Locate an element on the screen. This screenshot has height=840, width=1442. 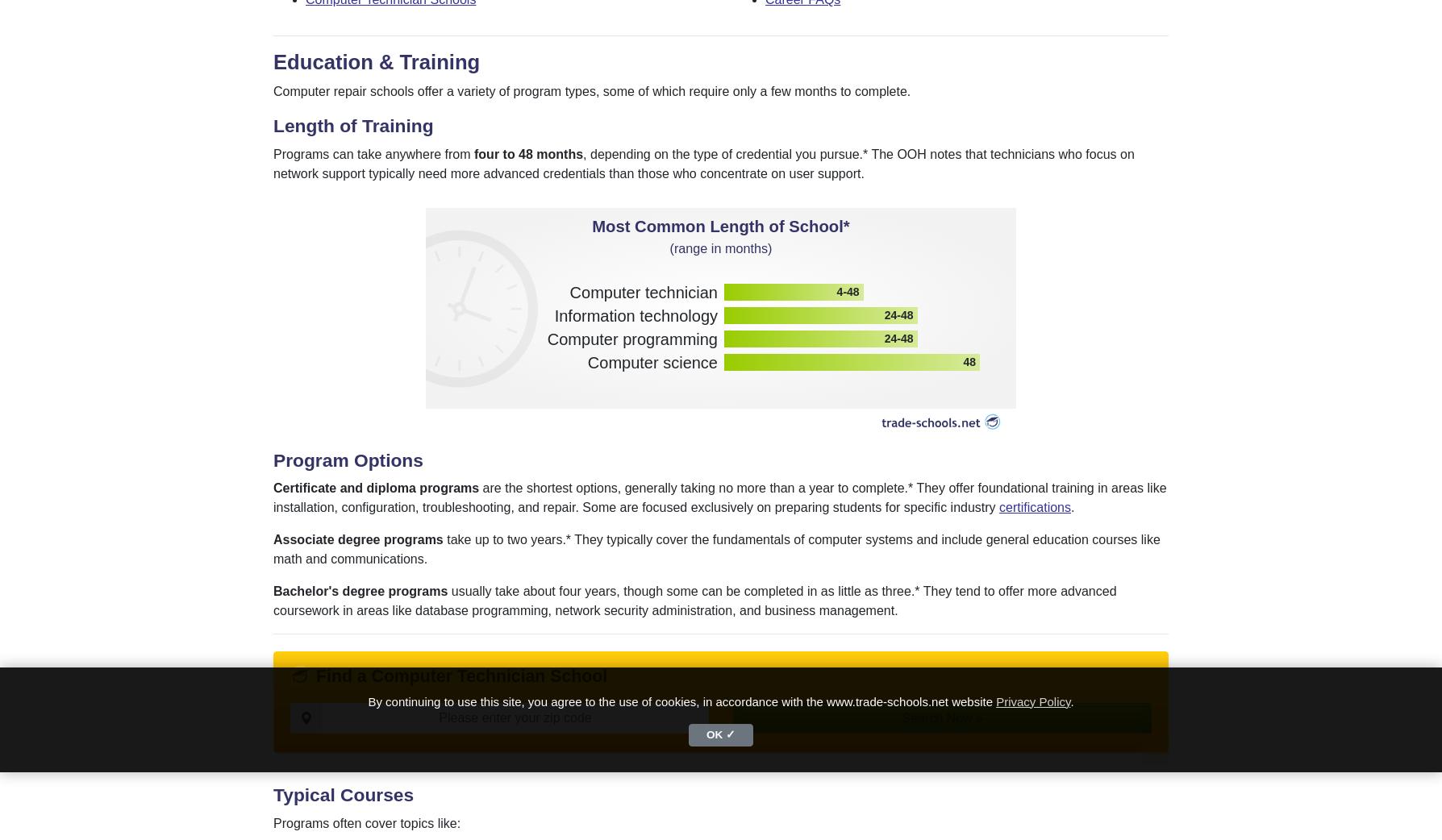
'Privacy Policy' is located at coordinates (1031, 700).